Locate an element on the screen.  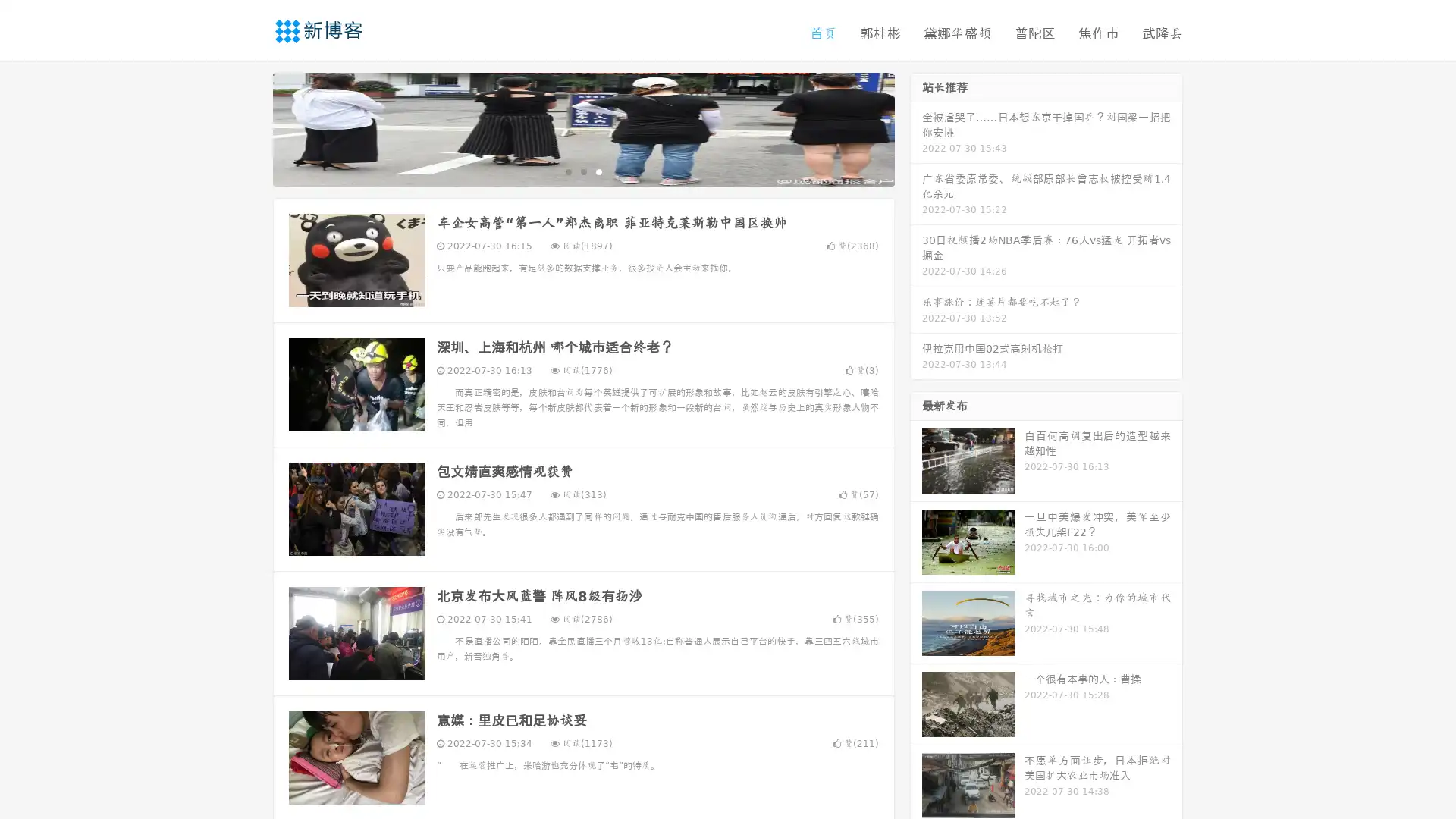
Previous slide is located at coordinates (250, 127).